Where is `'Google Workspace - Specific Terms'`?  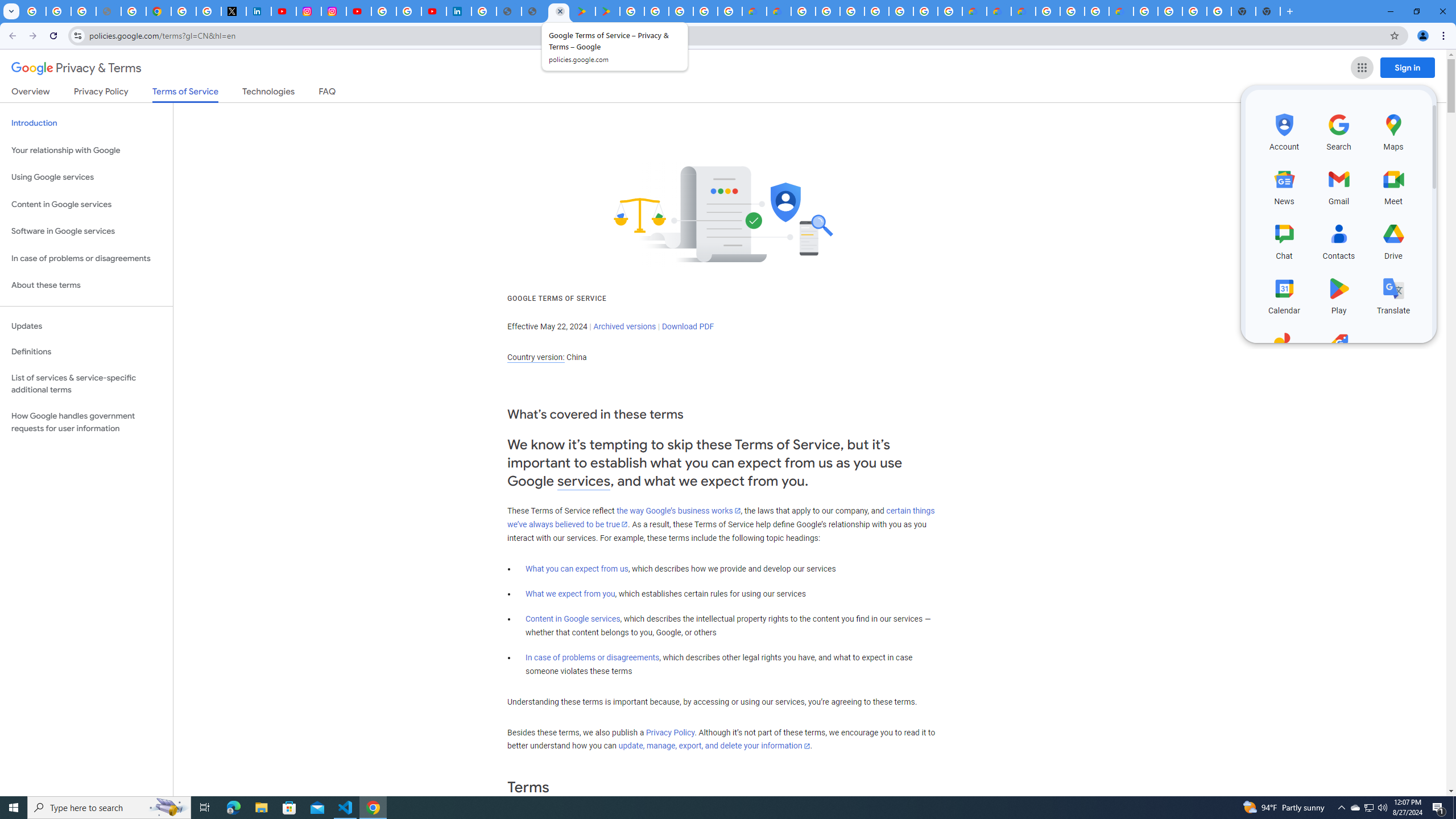 'Google Workspace - Specific Terms' is located at coordinates (729, 11).